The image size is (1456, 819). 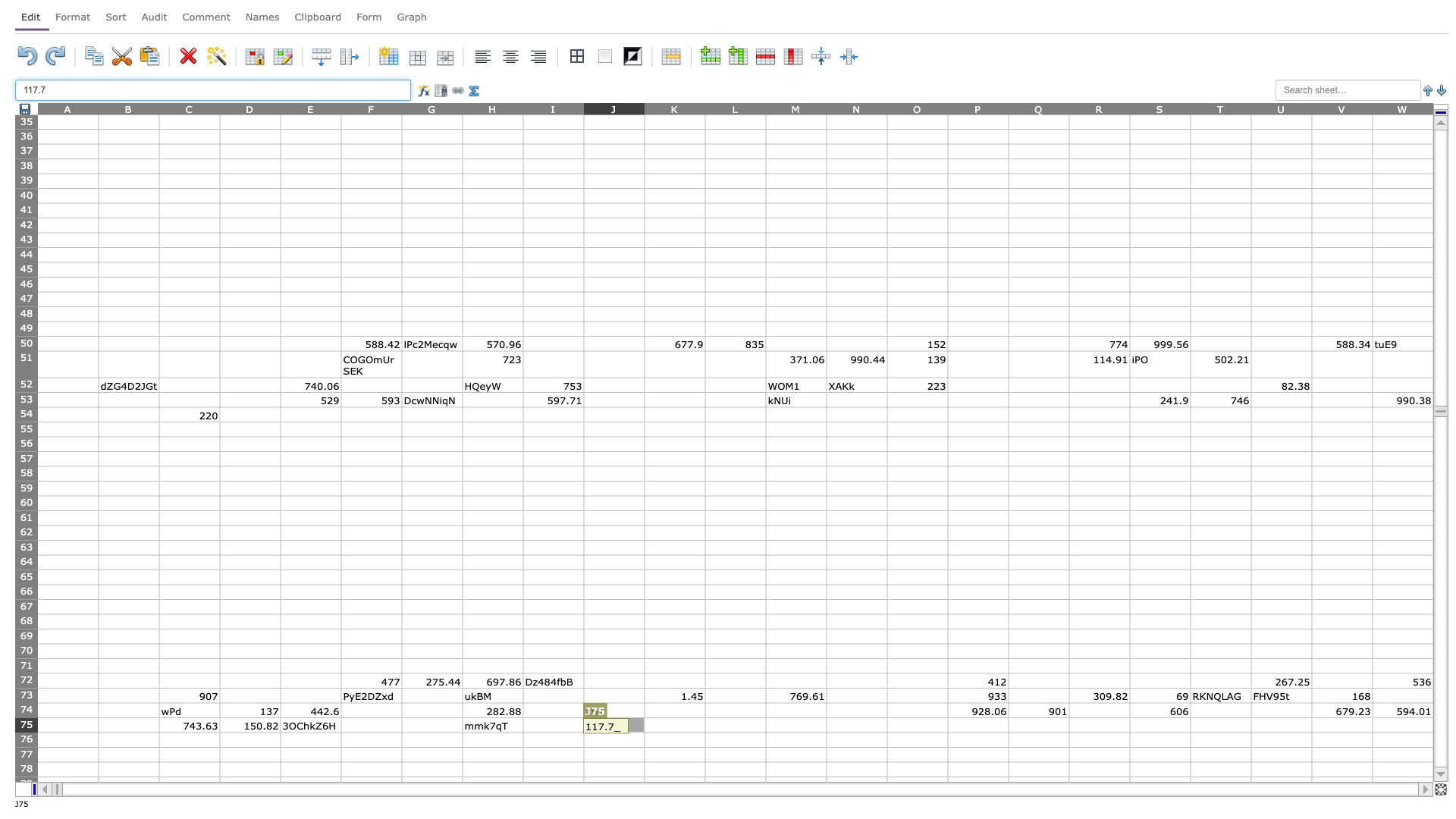 I want to click on Place cursor on top left corner of K75, so click(x=644, y=717).